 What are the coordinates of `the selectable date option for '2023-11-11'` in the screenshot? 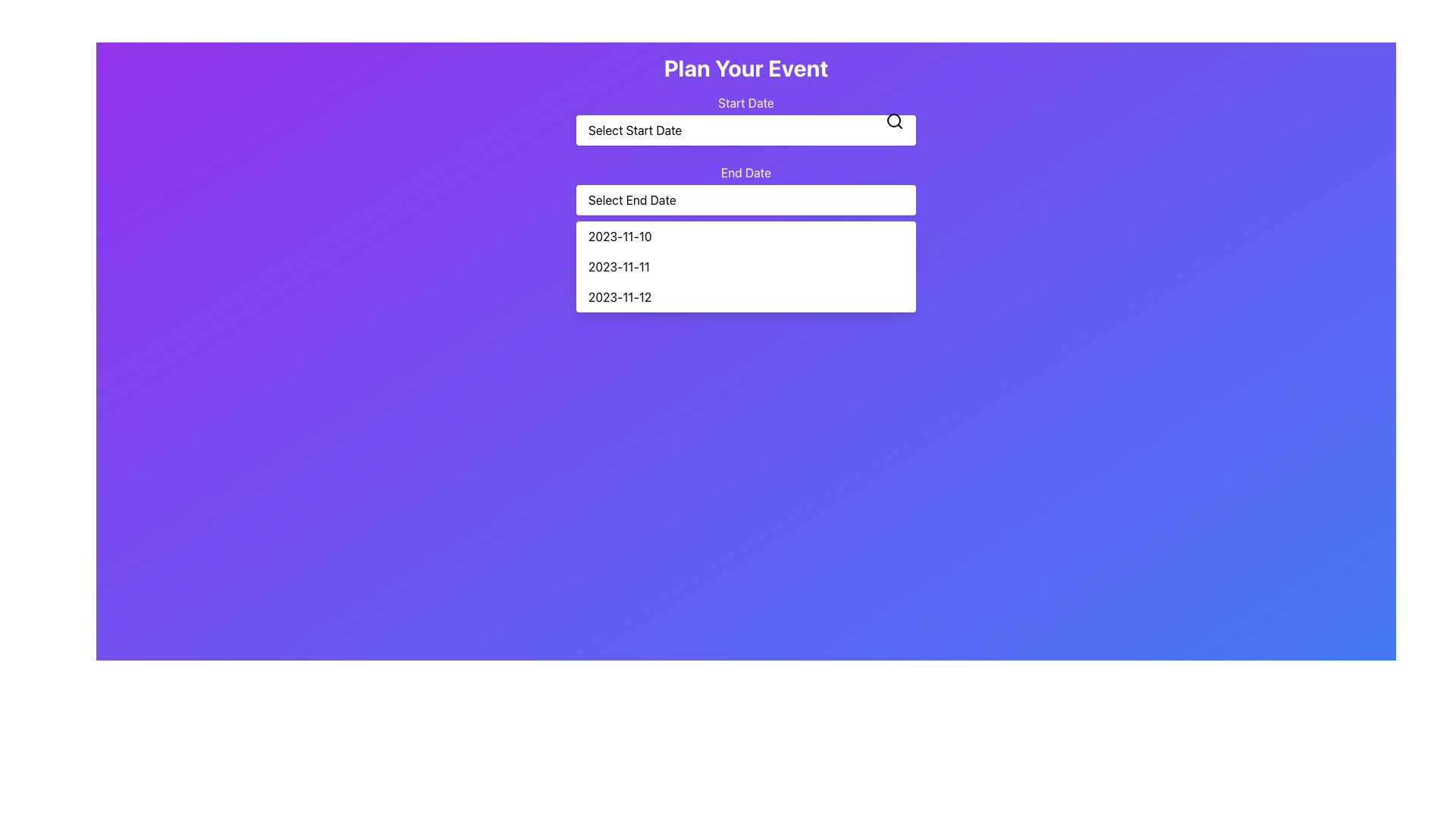 It's located at (745, 265).